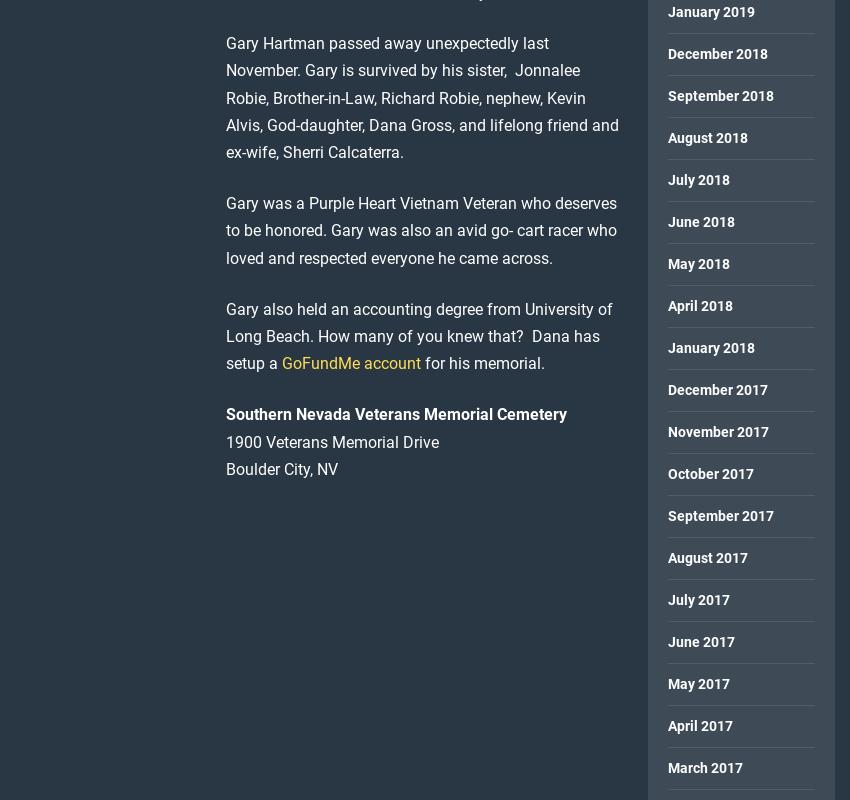 The image size is (850, 800). Describe the element at coordinates (699, 640) in the screenshot. I see `'June 2017'` at that location.